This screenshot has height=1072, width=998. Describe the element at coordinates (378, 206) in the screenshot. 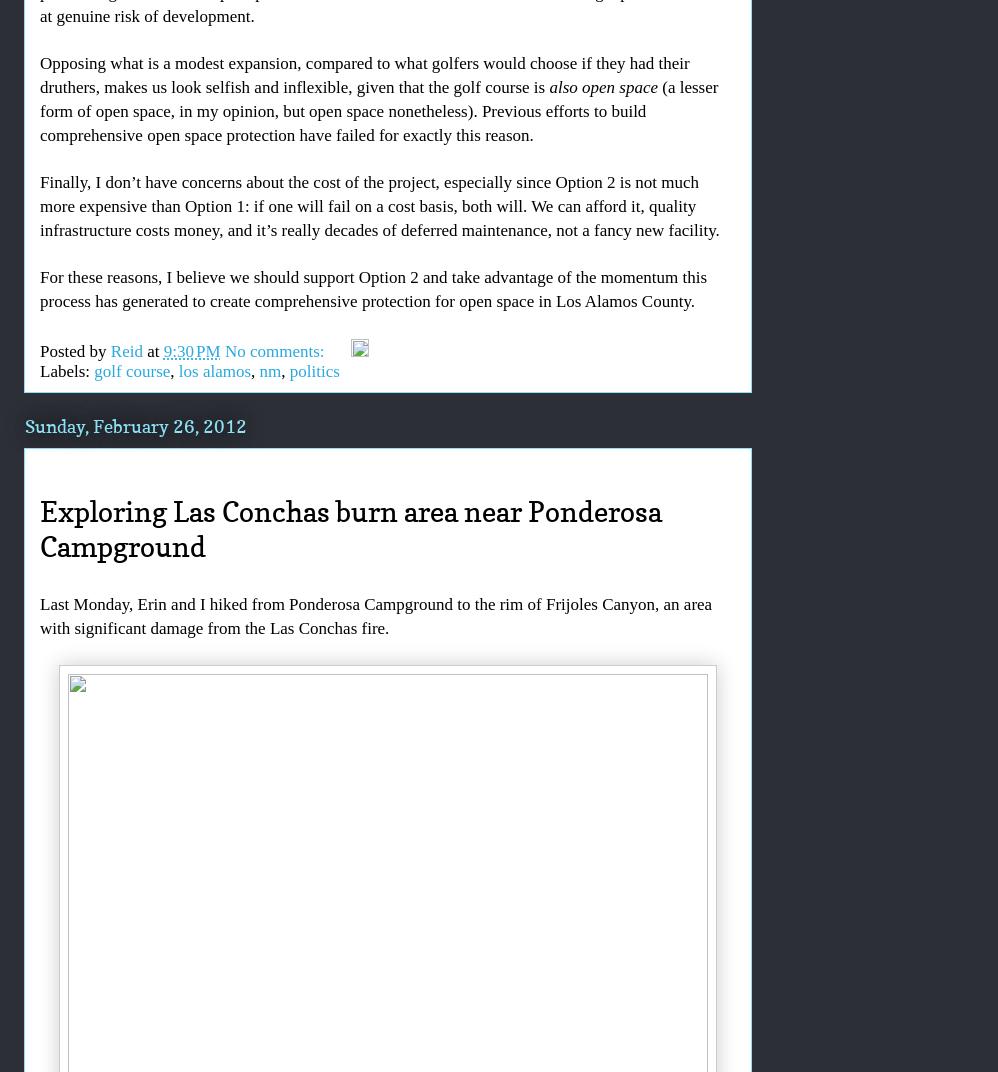

I see `'Finally, I don’t have concerns about the cost of the project, especially since Option 2 is not much more expensive than Option 1: if one will fail on a cost basis, both will. We can afford it, quality infrastructure costs money, and it’s really decades of deferred maintenance, not a fancy new facility.'` at that location.